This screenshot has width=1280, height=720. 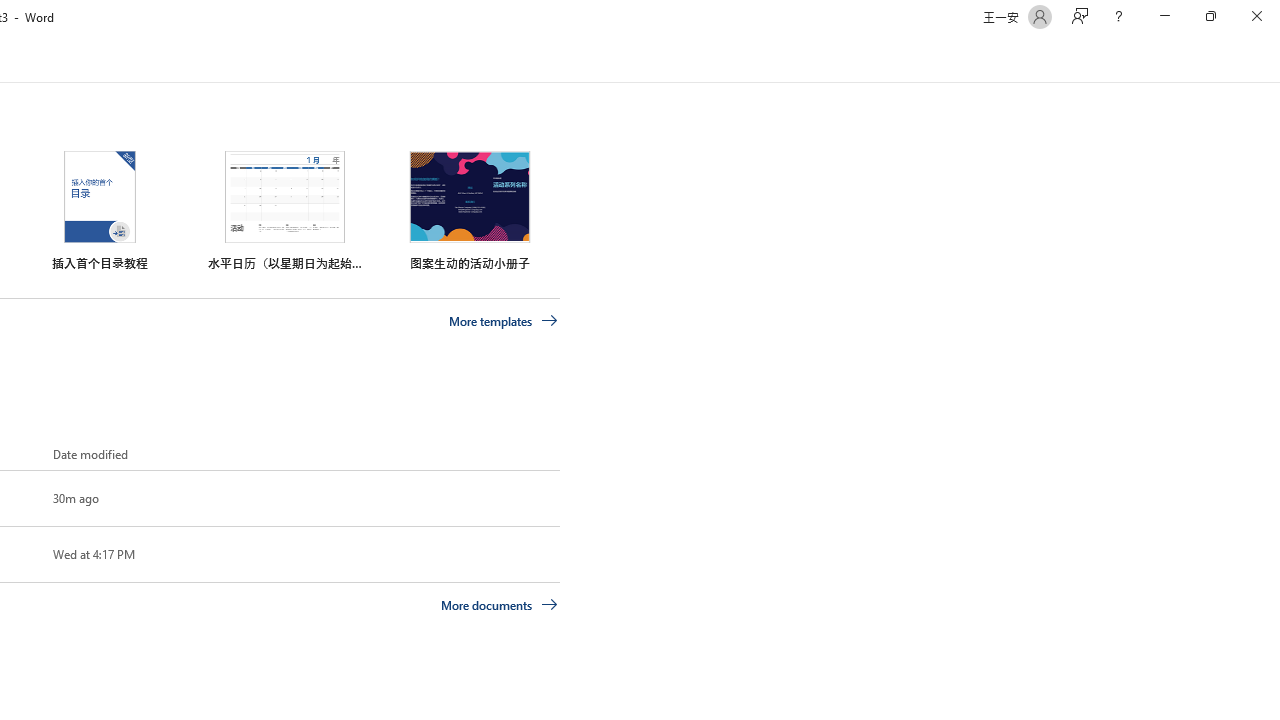 What do you see at coordinates (1117, 16) in the screenshot?
I see `'Help'` at bounding box center [1117, 16].